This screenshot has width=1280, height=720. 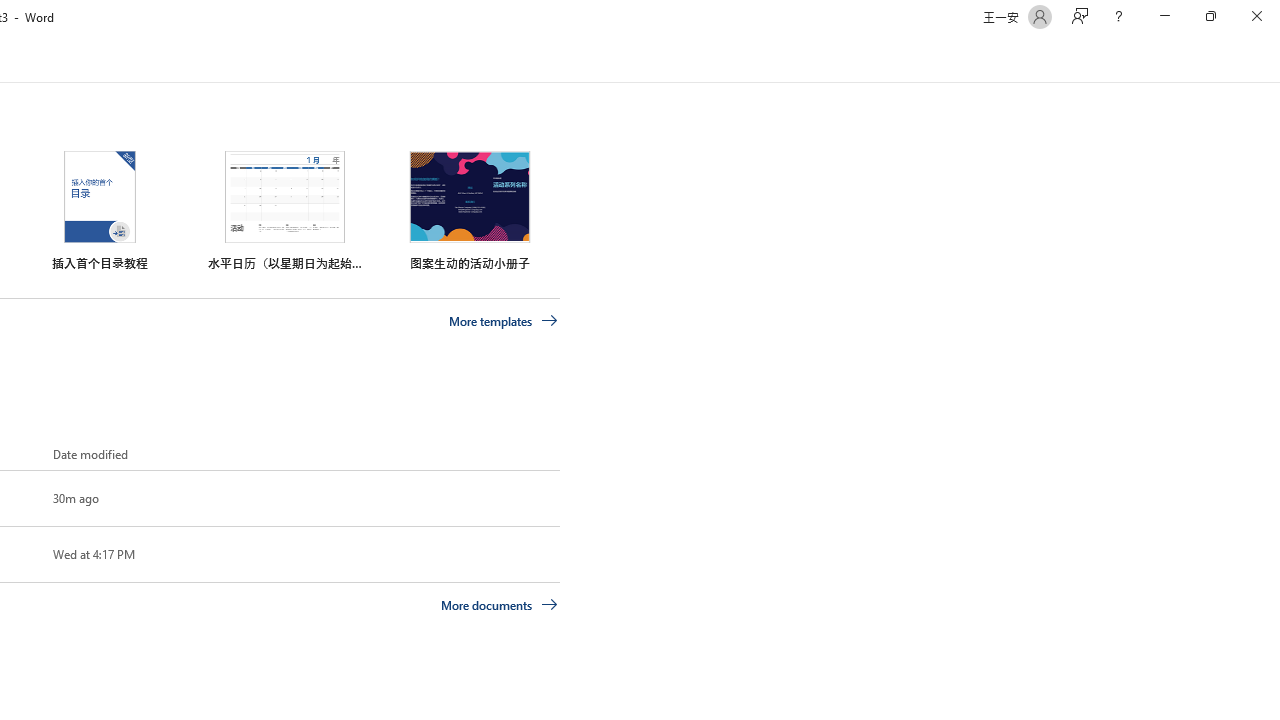 What do you see at coordinates (1117, 16) in the screenshot?
I see `'Help'` at bounding box center [1117, 16].